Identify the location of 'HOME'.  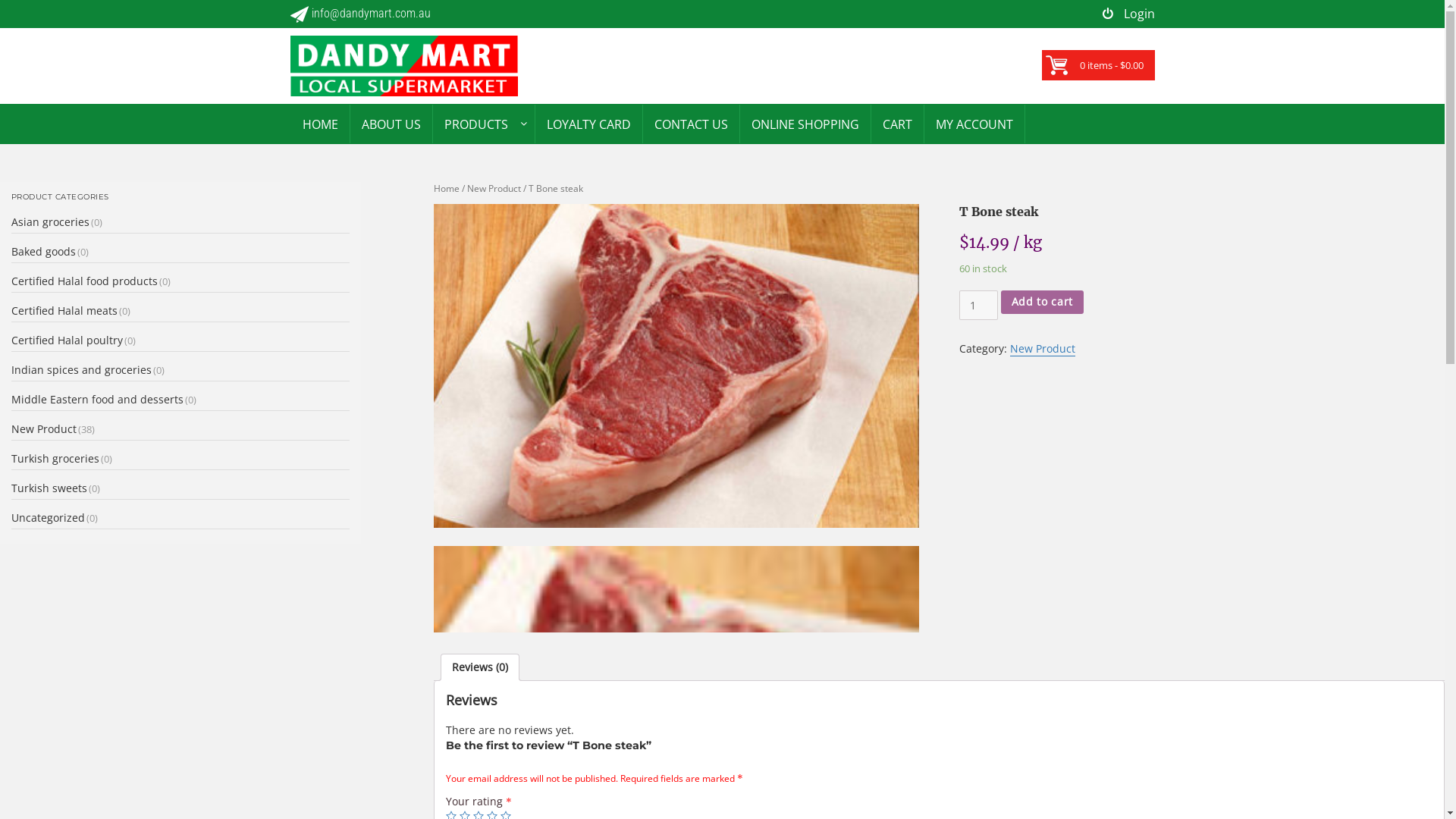
(291, 123).